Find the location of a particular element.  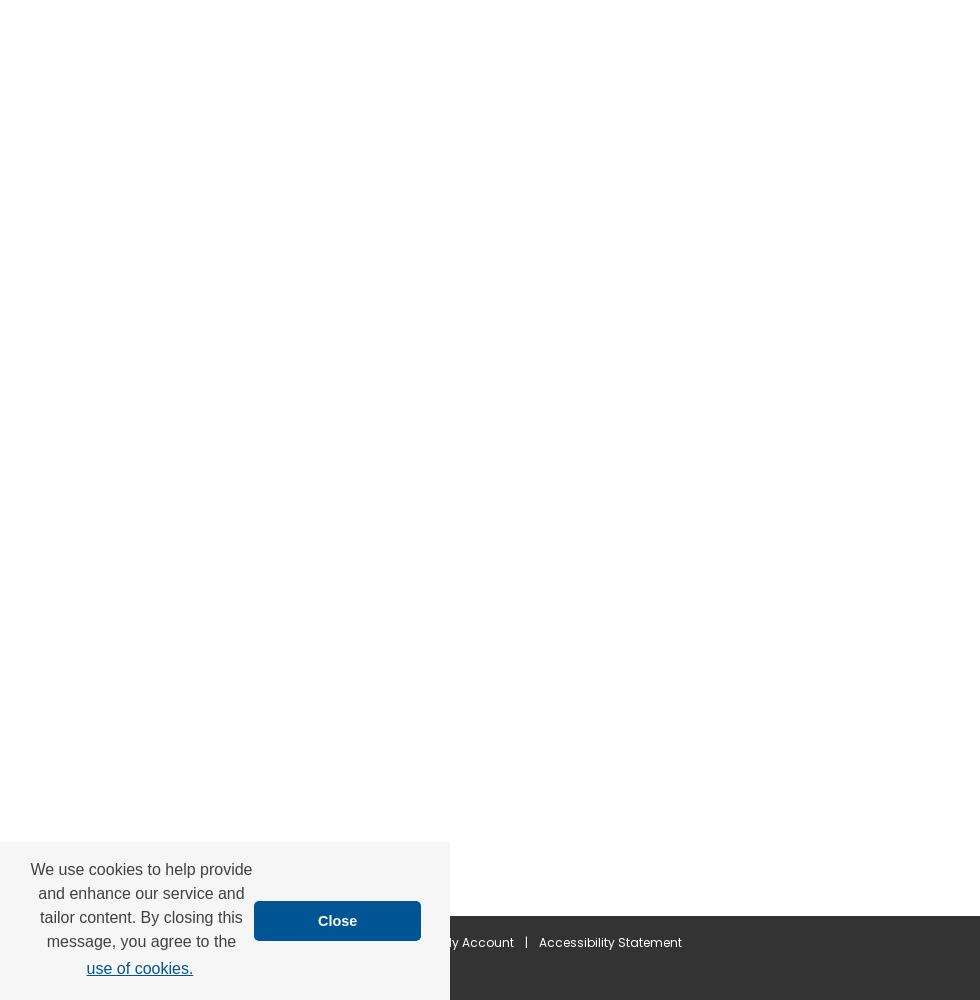

'Privacy' is located at coordinates (290, 966).